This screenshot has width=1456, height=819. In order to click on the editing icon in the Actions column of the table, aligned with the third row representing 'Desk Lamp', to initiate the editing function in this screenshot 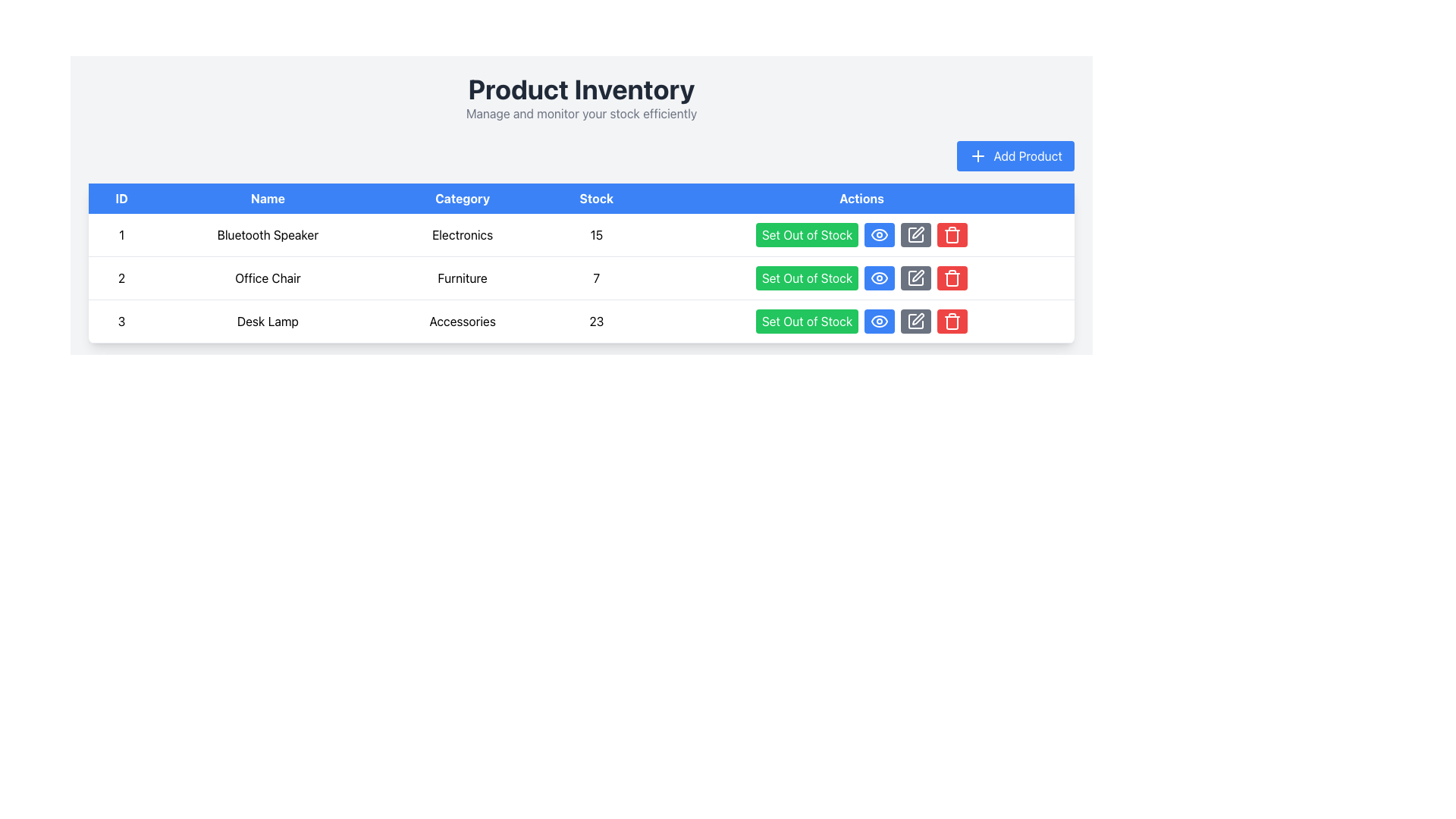, I will do `click(918, 318)`.